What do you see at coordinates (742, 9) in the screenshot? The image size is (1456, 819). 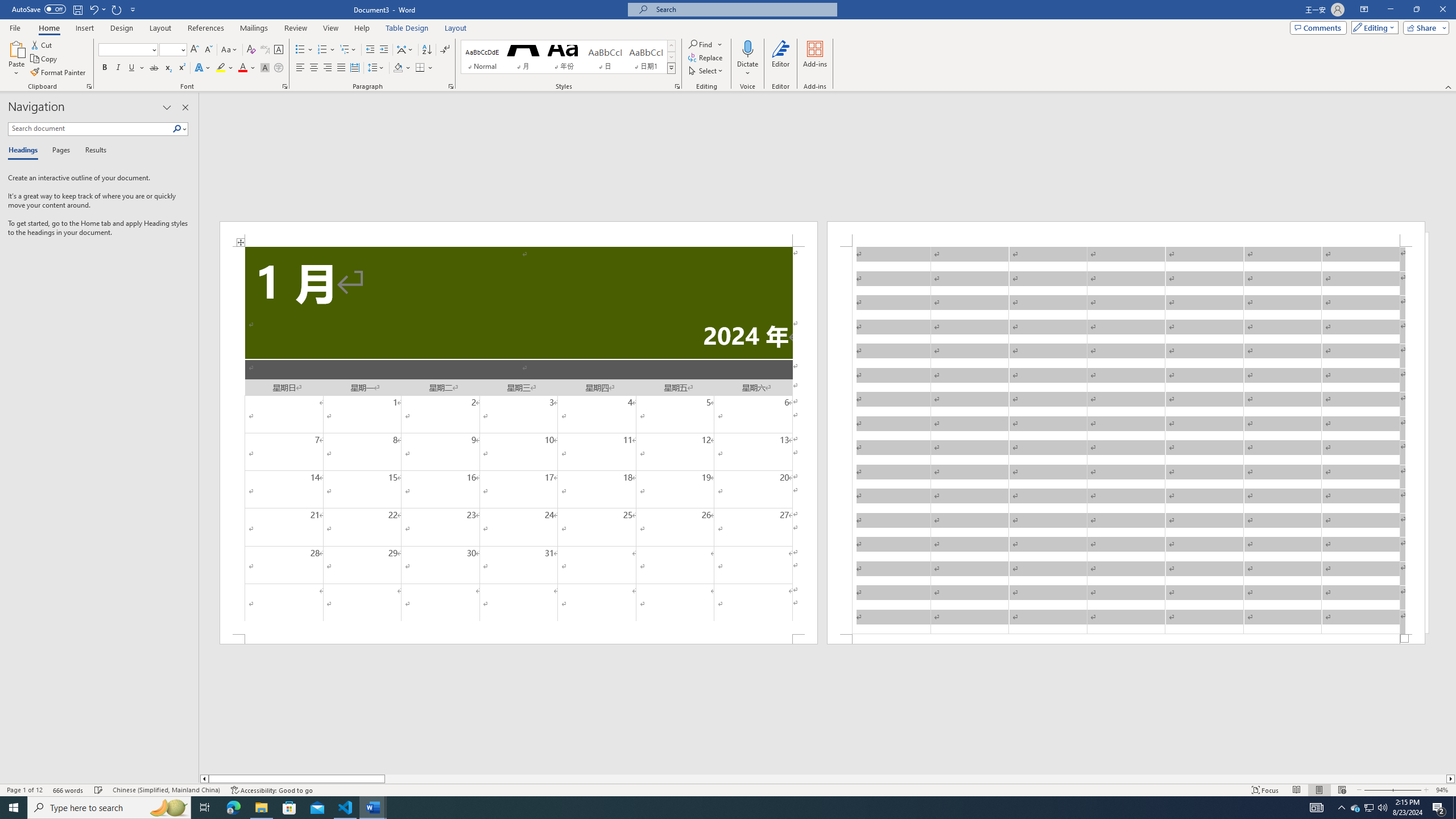 I see `'Microsoft search'` at bounding box center [742, 9].